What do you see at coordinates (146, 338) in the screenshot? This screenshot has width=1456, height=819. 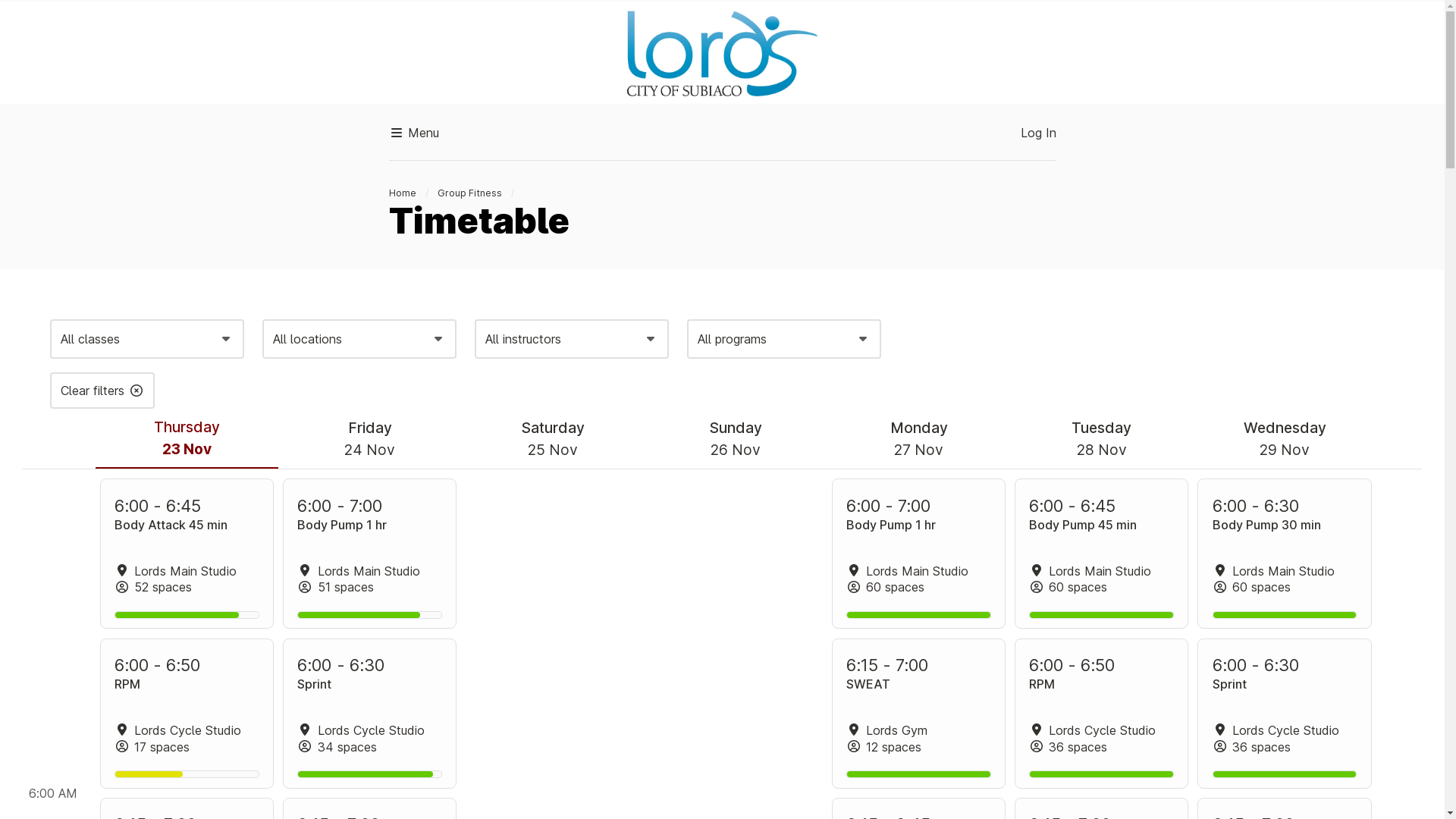 I see `'All classes'` at bounding box center [146, 338].